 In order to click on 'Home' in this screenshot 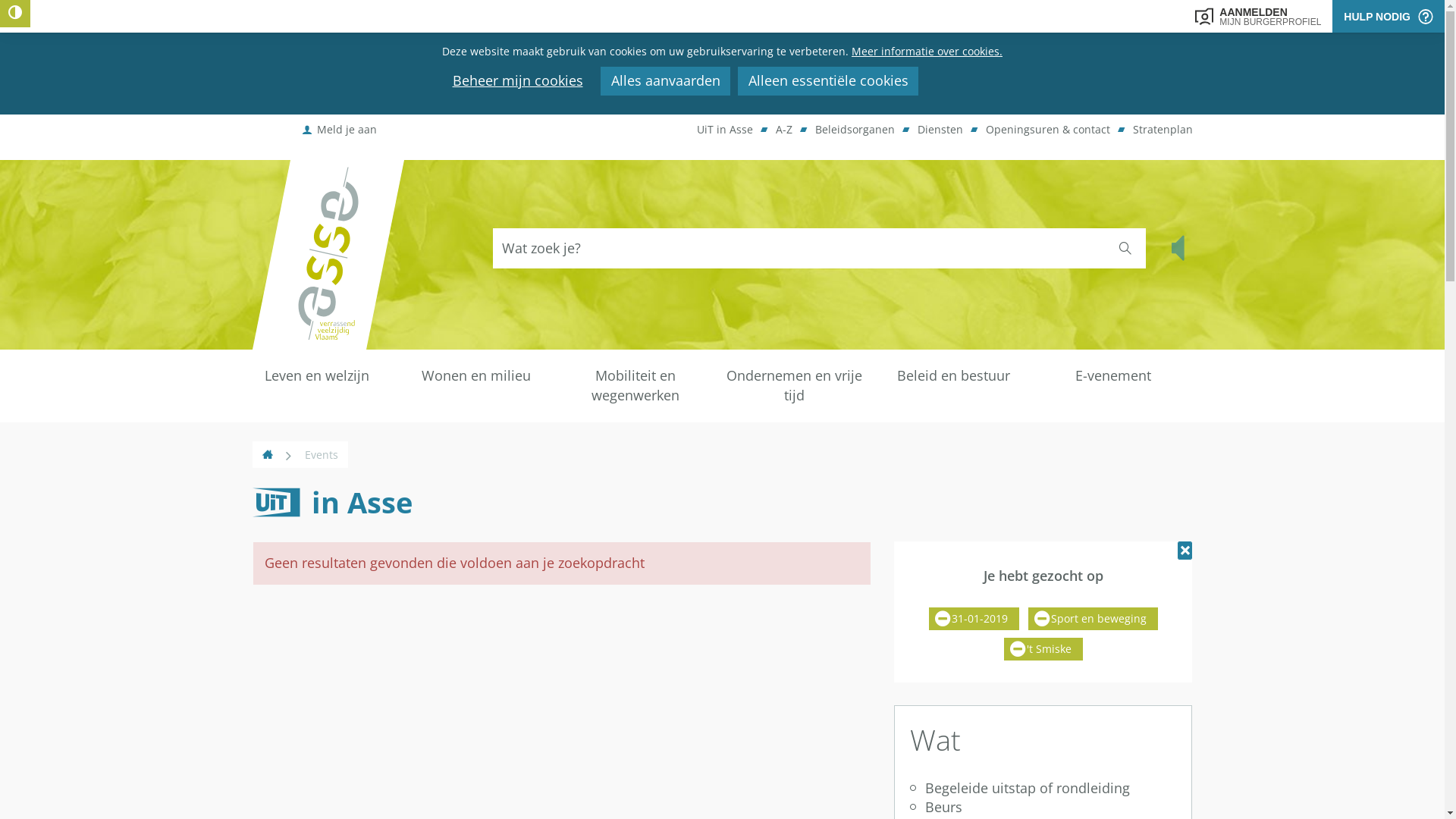, I will do `click(266, 453)`.